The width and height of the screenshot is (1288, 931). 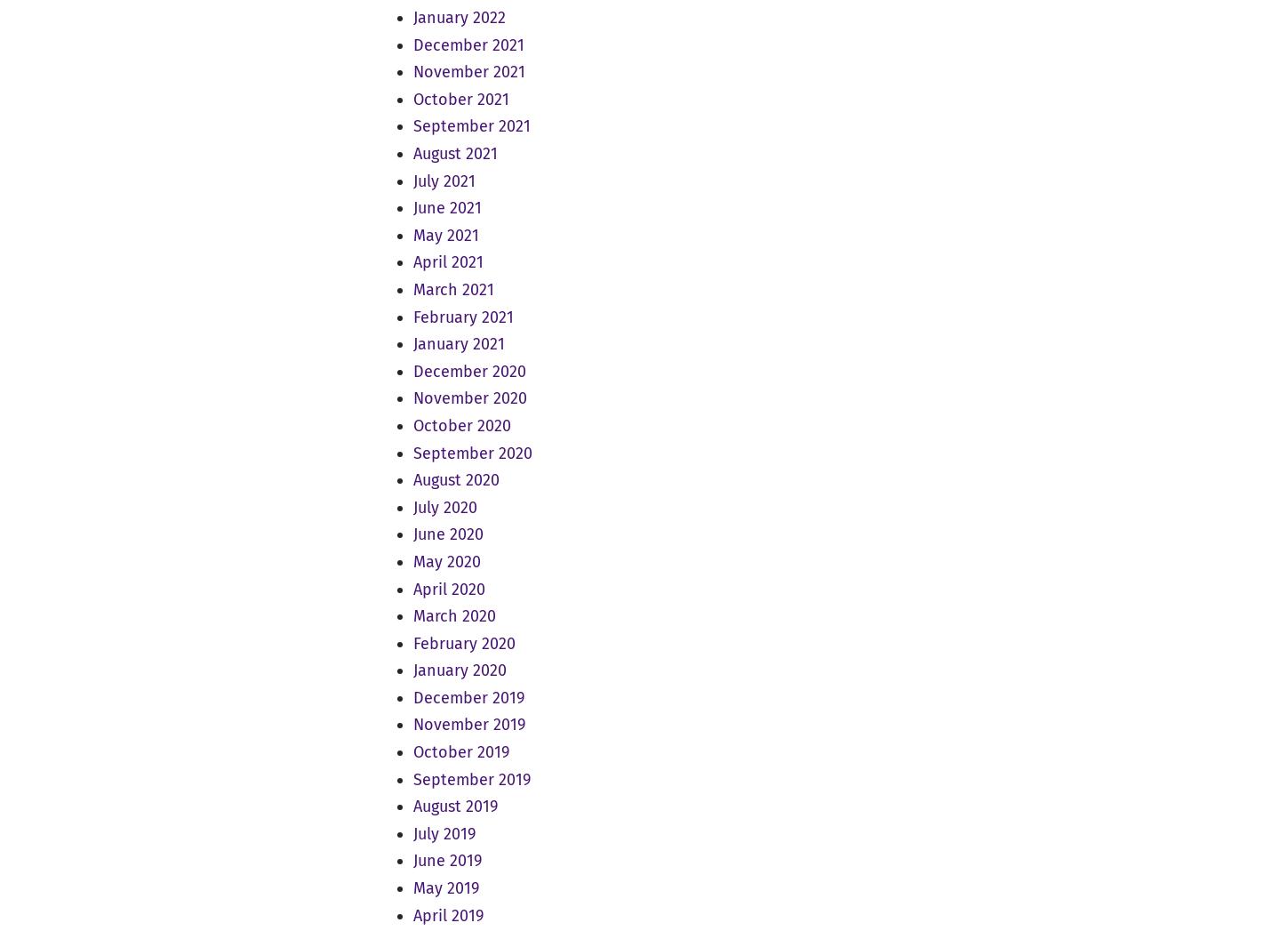 What do you see at coordinates (468, 398) in the screenshot?
I see `'November 2020'` at bounding box center [468, 398].